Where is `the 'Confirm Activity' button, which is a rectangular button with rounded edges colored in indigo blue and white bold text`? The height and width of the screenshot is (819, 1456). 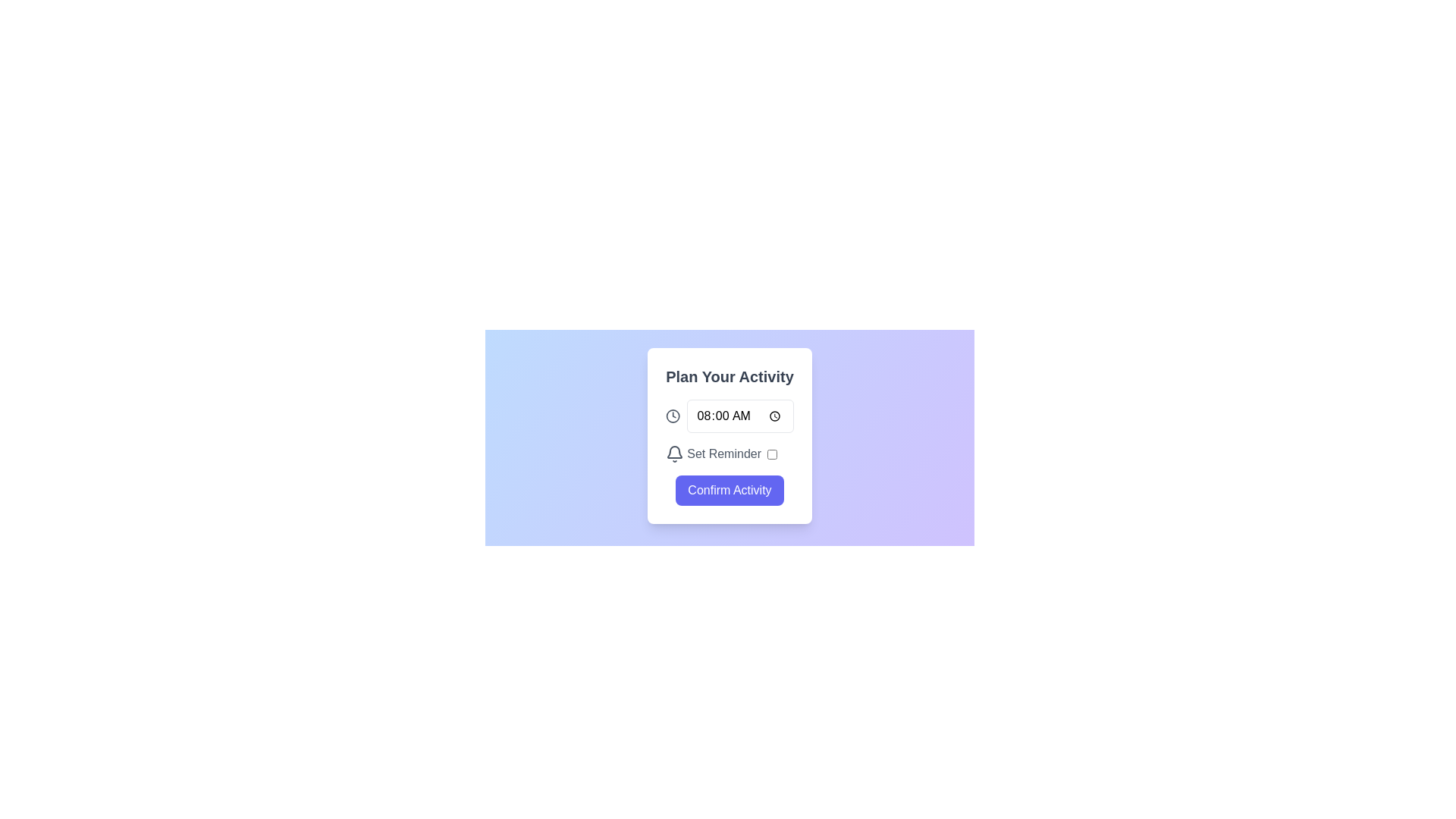
the 'Confirm Activity' button, which is a rectangular button with rounded edges colored in indigo blue and white bold text is located at coordinates (730, 491).